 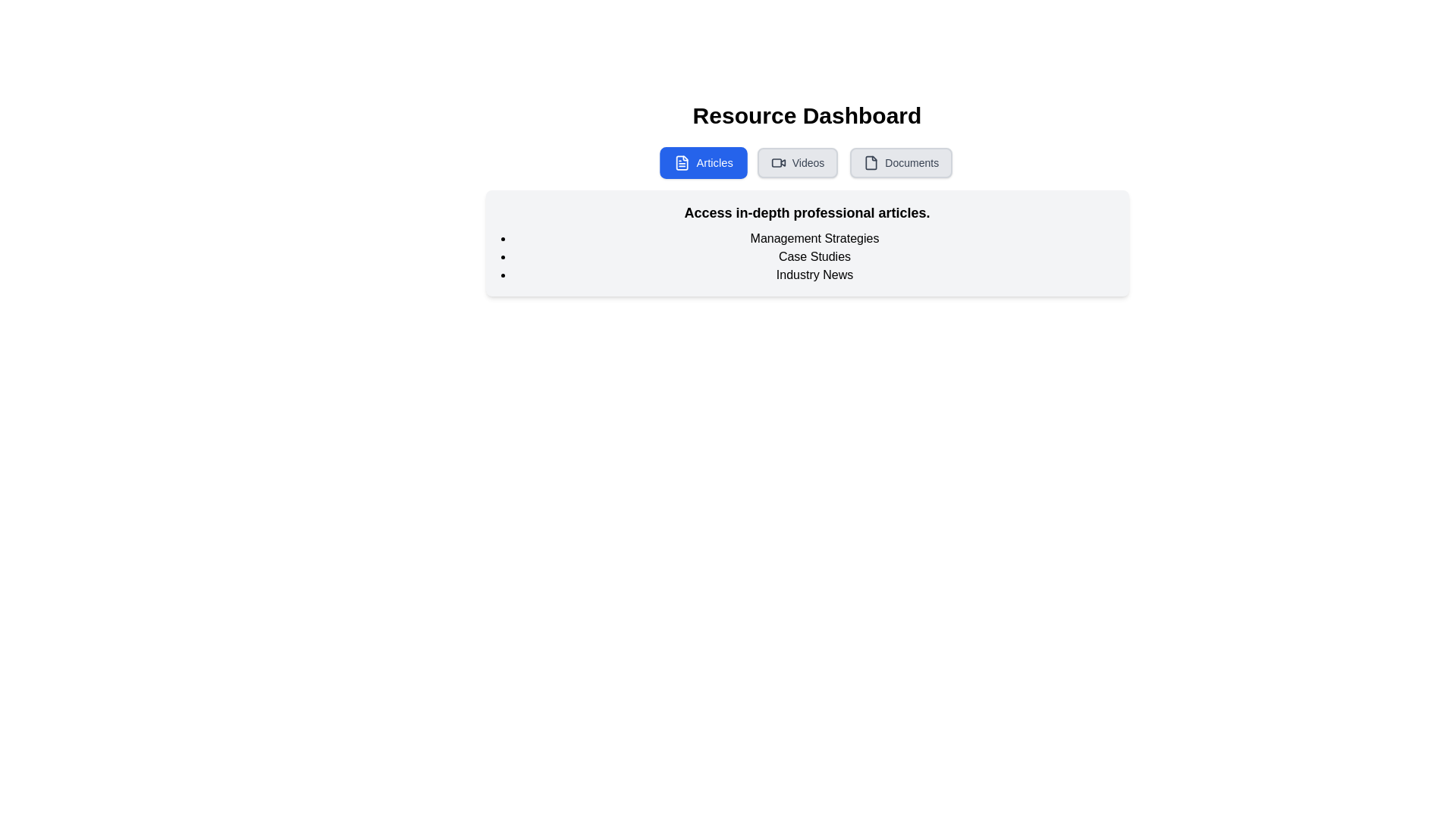 I want to click on the 'Documents' tab icon, which is the first element beside the text 'Documents' in the horizontal bar of tabs located at the top center of the main content area, so click(x=871, y=163).